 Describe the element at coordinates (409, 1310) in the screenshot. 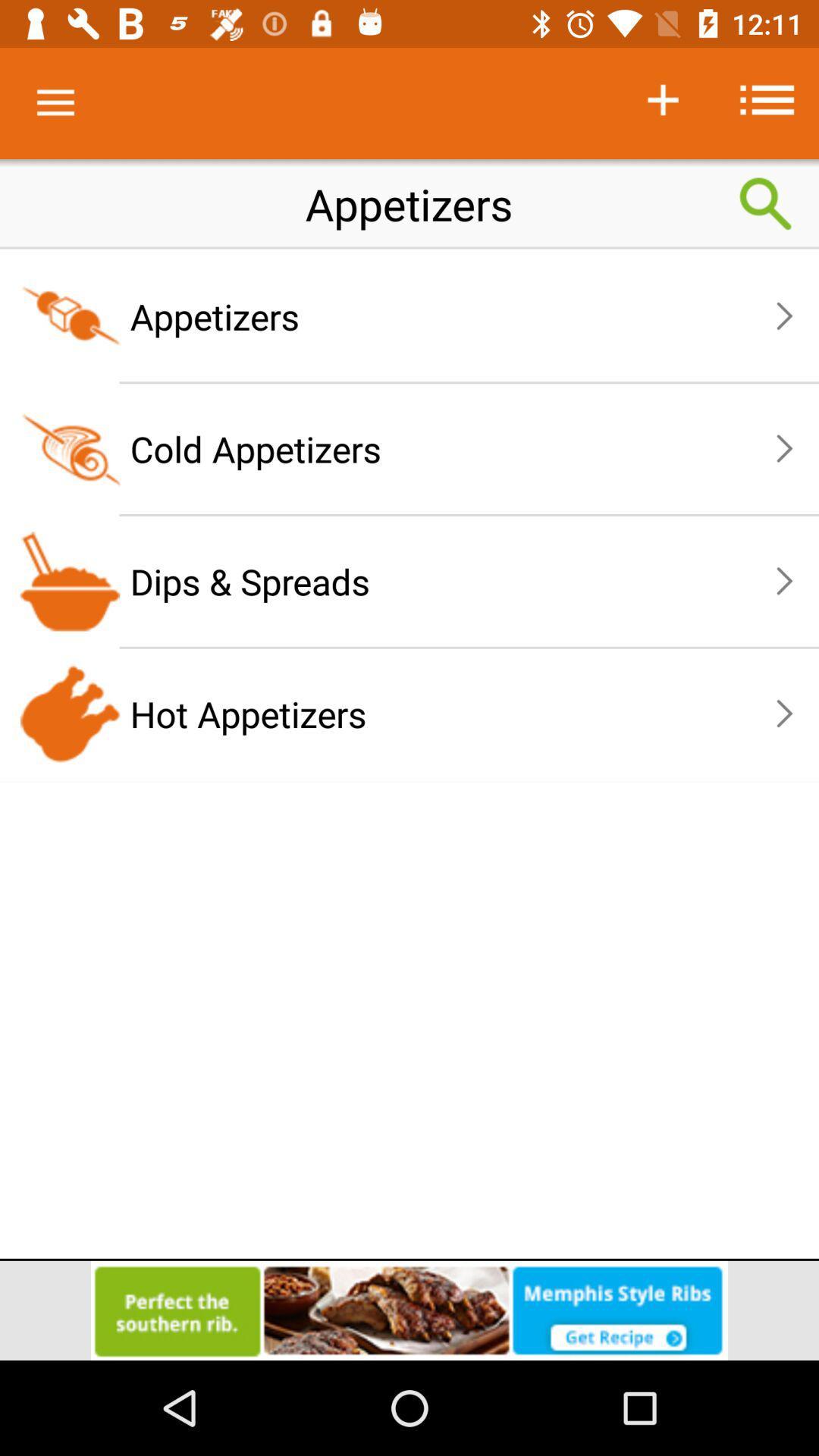

I see `advertisement` at that location.